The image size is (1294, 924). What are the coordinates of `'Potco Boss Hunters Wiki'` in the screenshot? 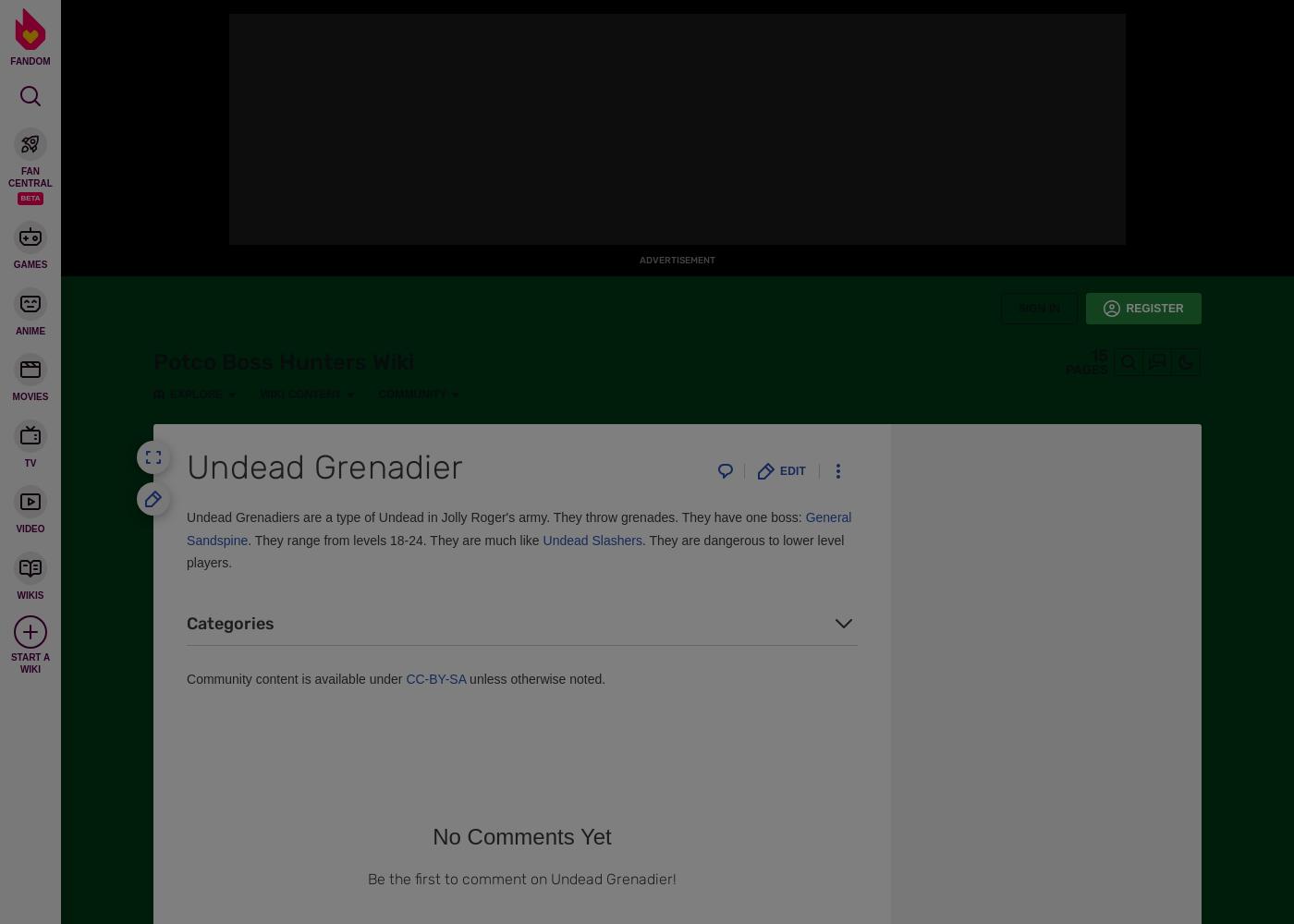 It's located at (153, 362).